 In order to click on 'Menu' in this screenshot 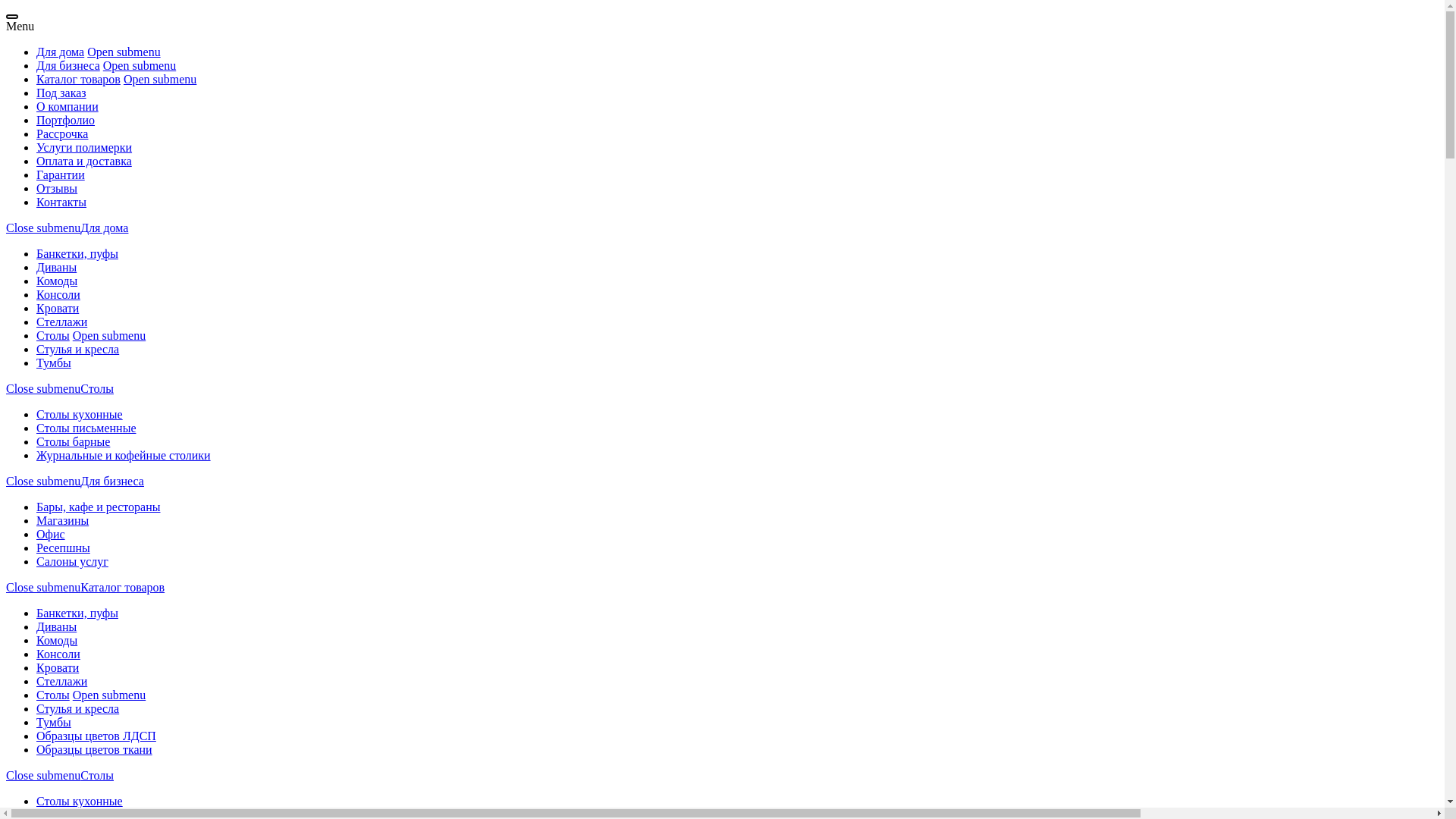, I will do `click(20, 26)`.